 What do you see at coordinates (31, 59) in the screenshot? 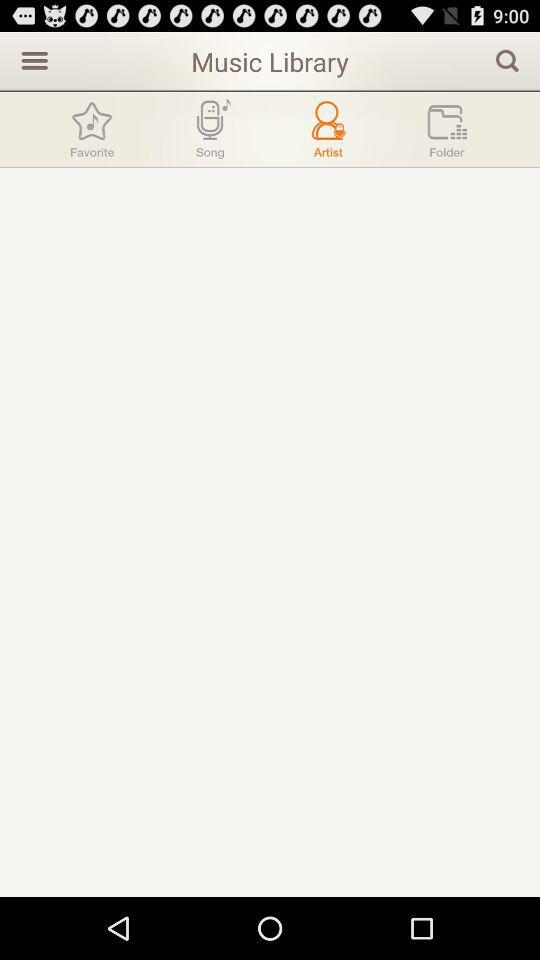
I see `icon next to music library icon` at bounding box center [31, 59].